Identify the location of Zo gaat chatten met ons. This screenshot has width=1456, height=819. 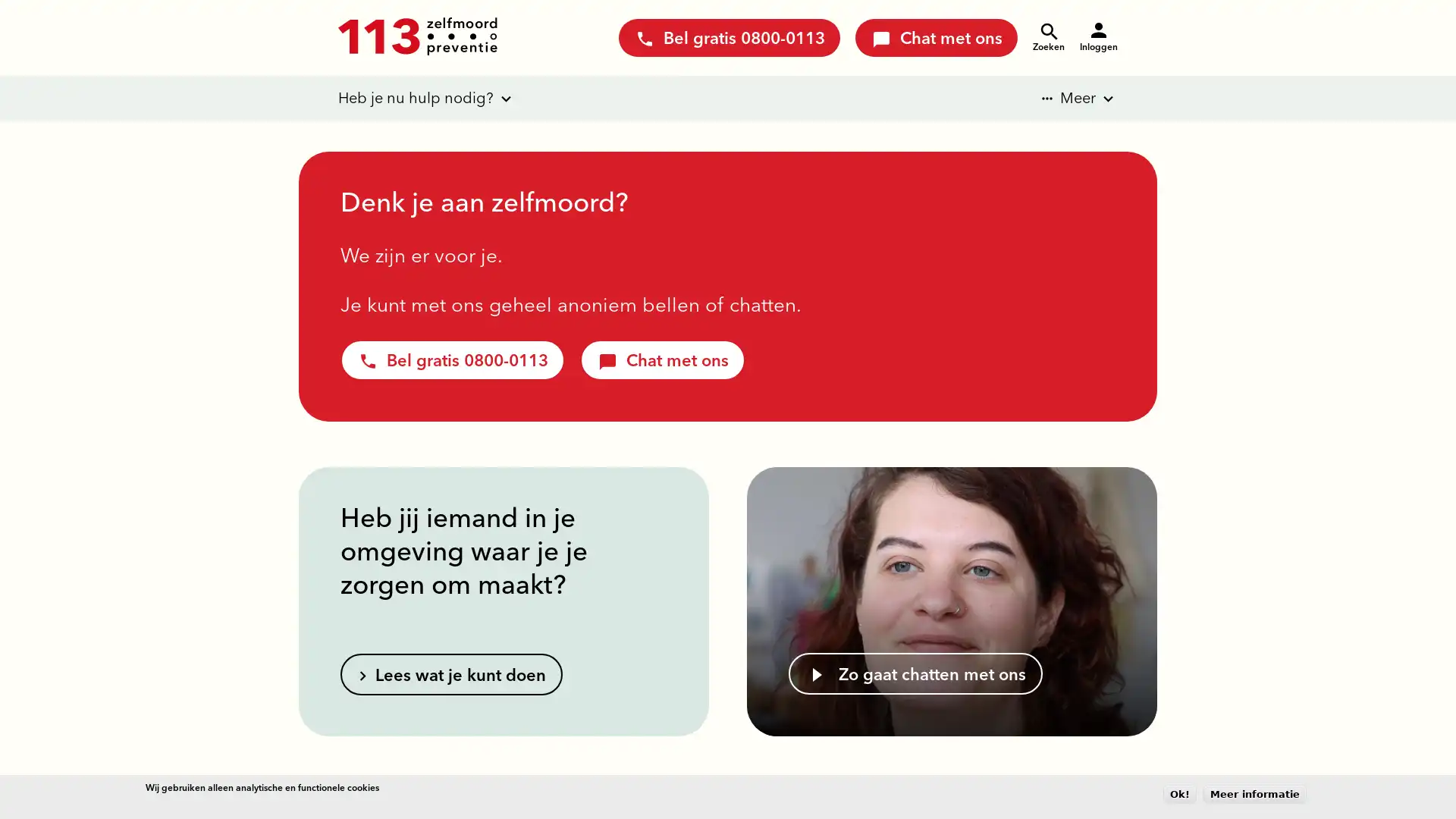
(915, 673).